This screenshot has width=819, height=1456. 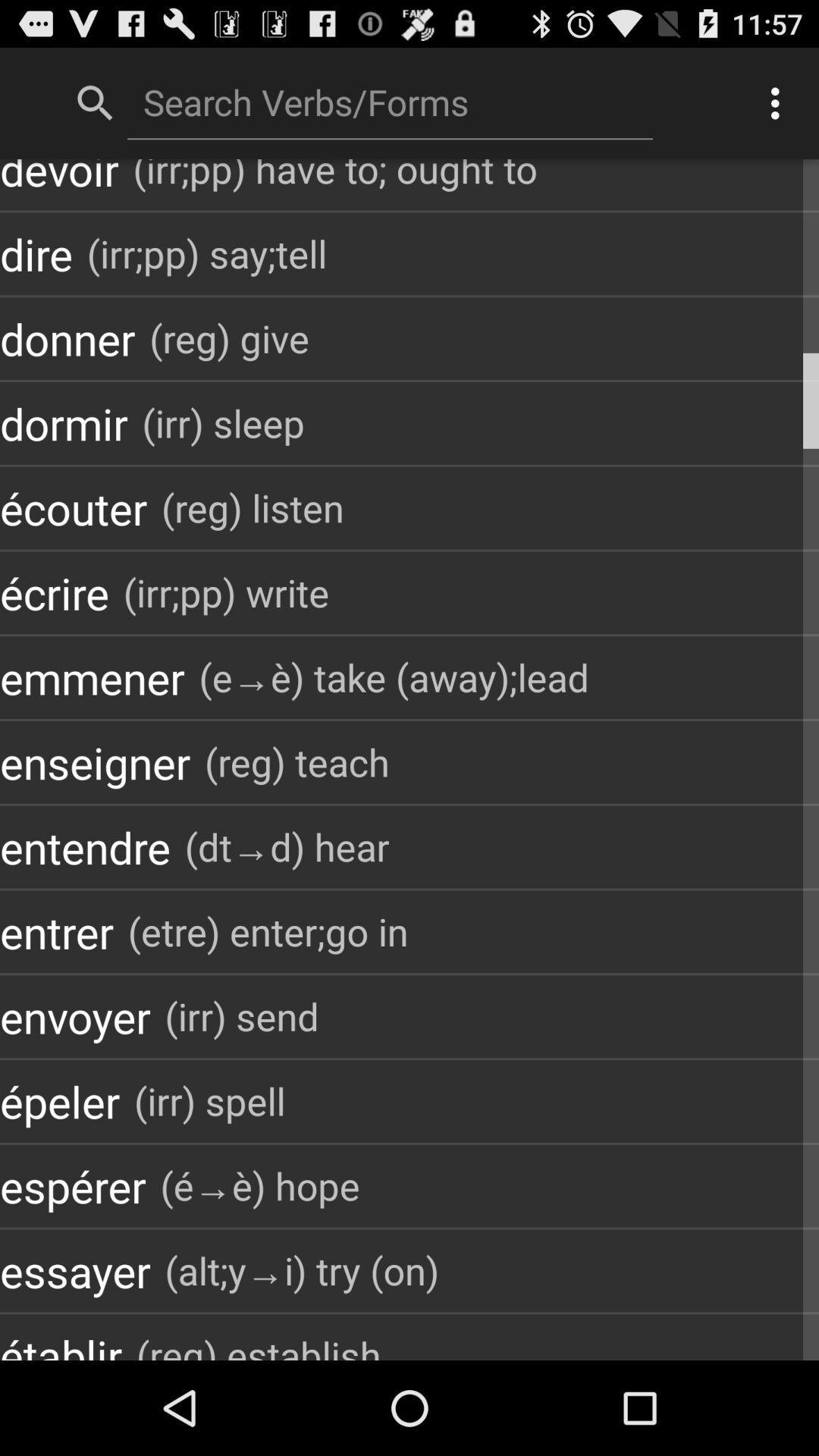 What do you see at coordinates (258, 1343) in the screenshot?
I see `icon below essayer` at bounding box center [258, 1343].